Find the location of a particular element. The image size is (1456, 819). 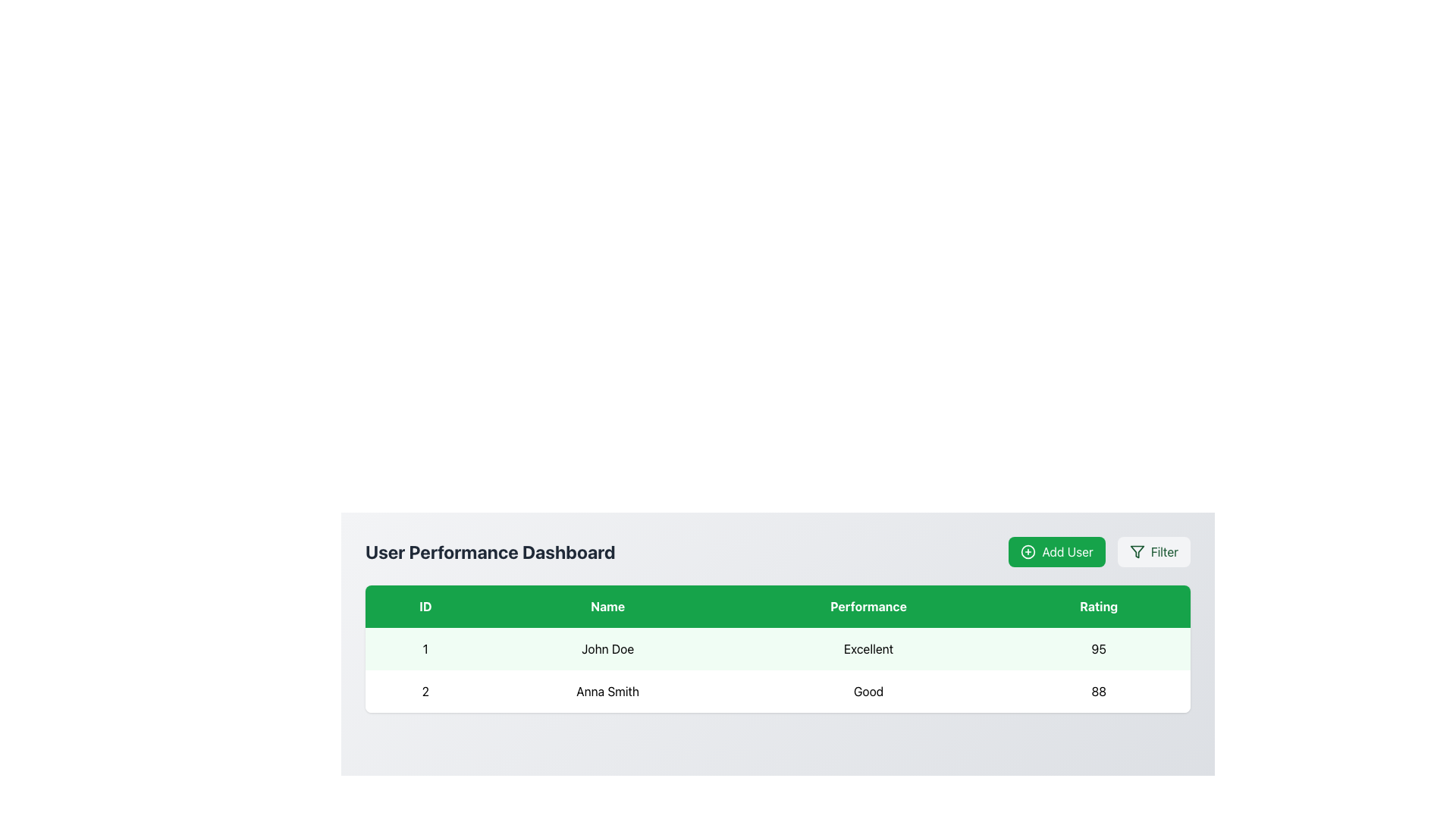

the unique identifier text content in the 'ID' column of the table, which corresponds to the user entry with ID '1' is located at coordinates (425, 648).